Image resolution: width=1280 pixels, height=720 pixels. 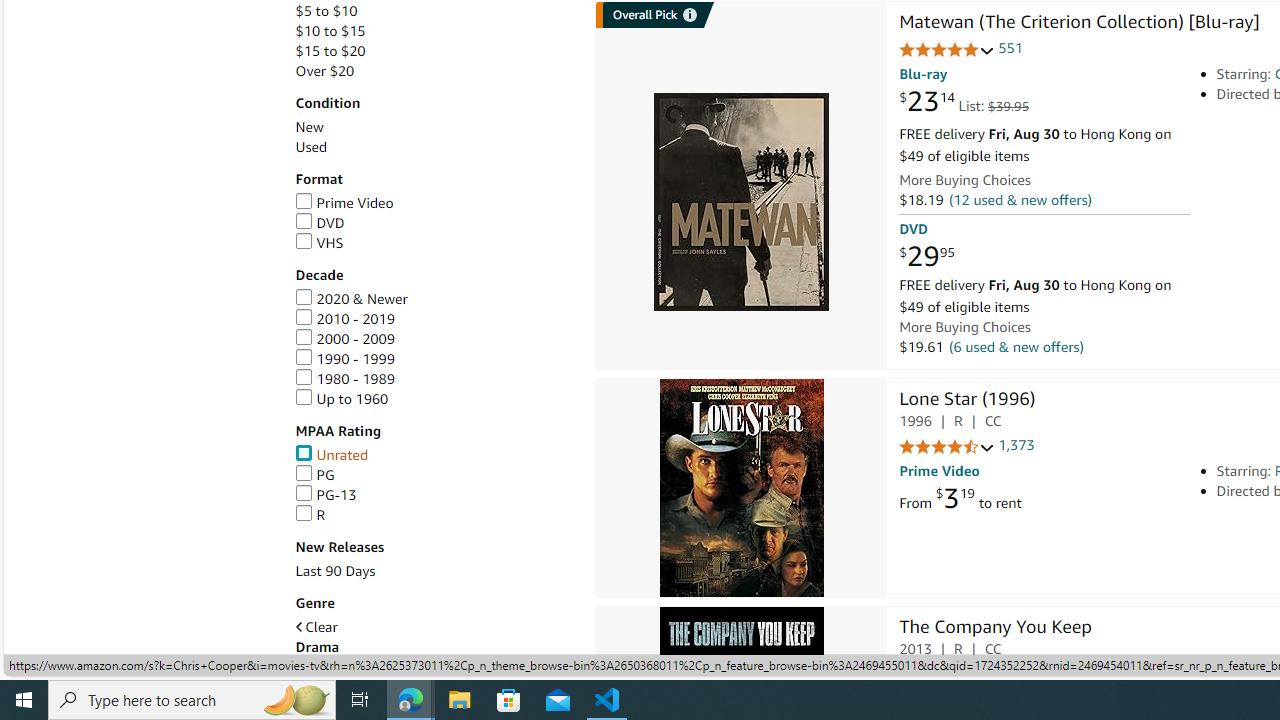 I want to click on 'Blu-ray', so click(x=922, y=73).